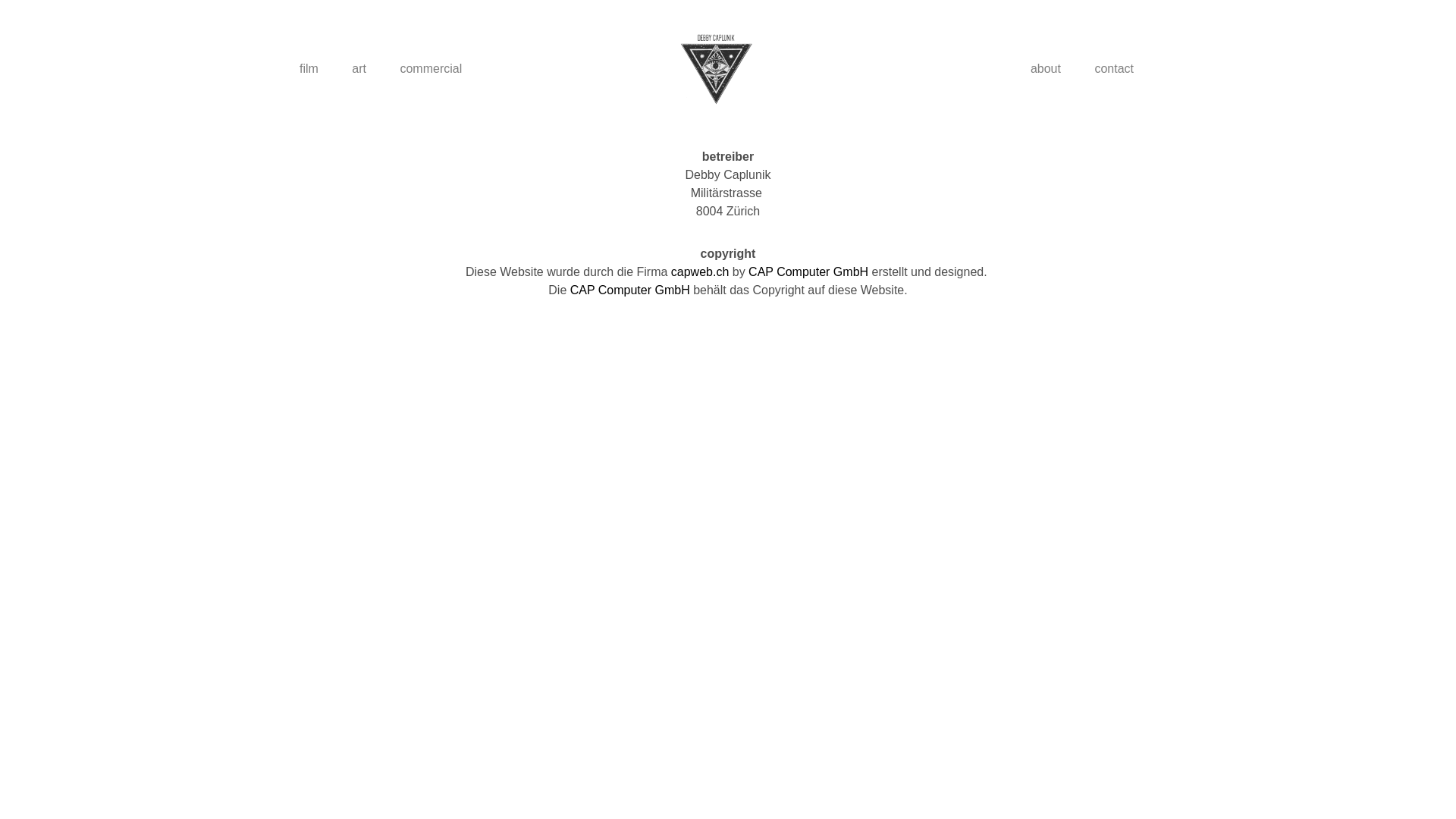  What do you see at coordinates (1044, 69) in the screenshot?
I see `'about'` at bounding box center [1044, 69].